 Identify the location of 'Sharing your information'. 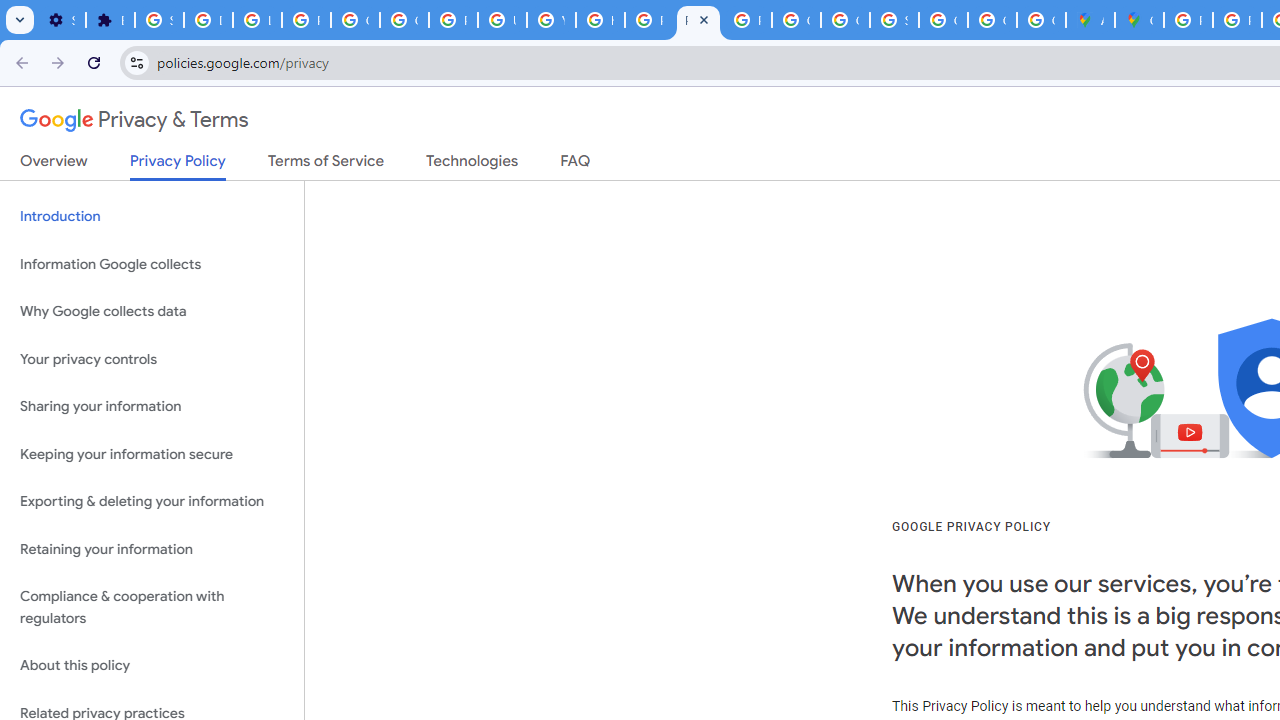
(151, 406).